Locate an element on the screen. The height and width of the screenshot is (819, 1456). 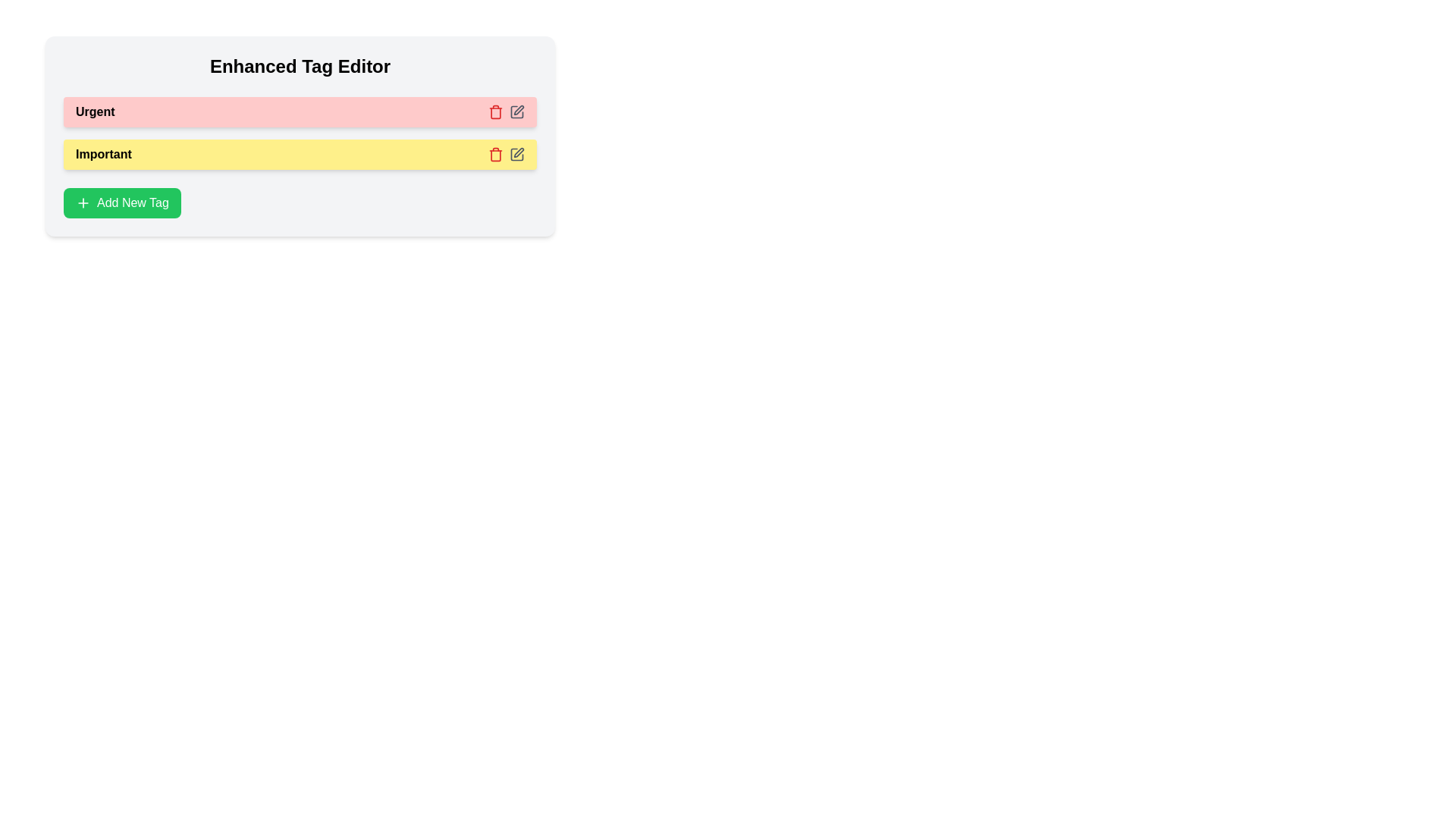
the prominent heading text that reads 'Enhanced Tag Editor', which is centered at the top of the interface is located at coordinates (300, 66).